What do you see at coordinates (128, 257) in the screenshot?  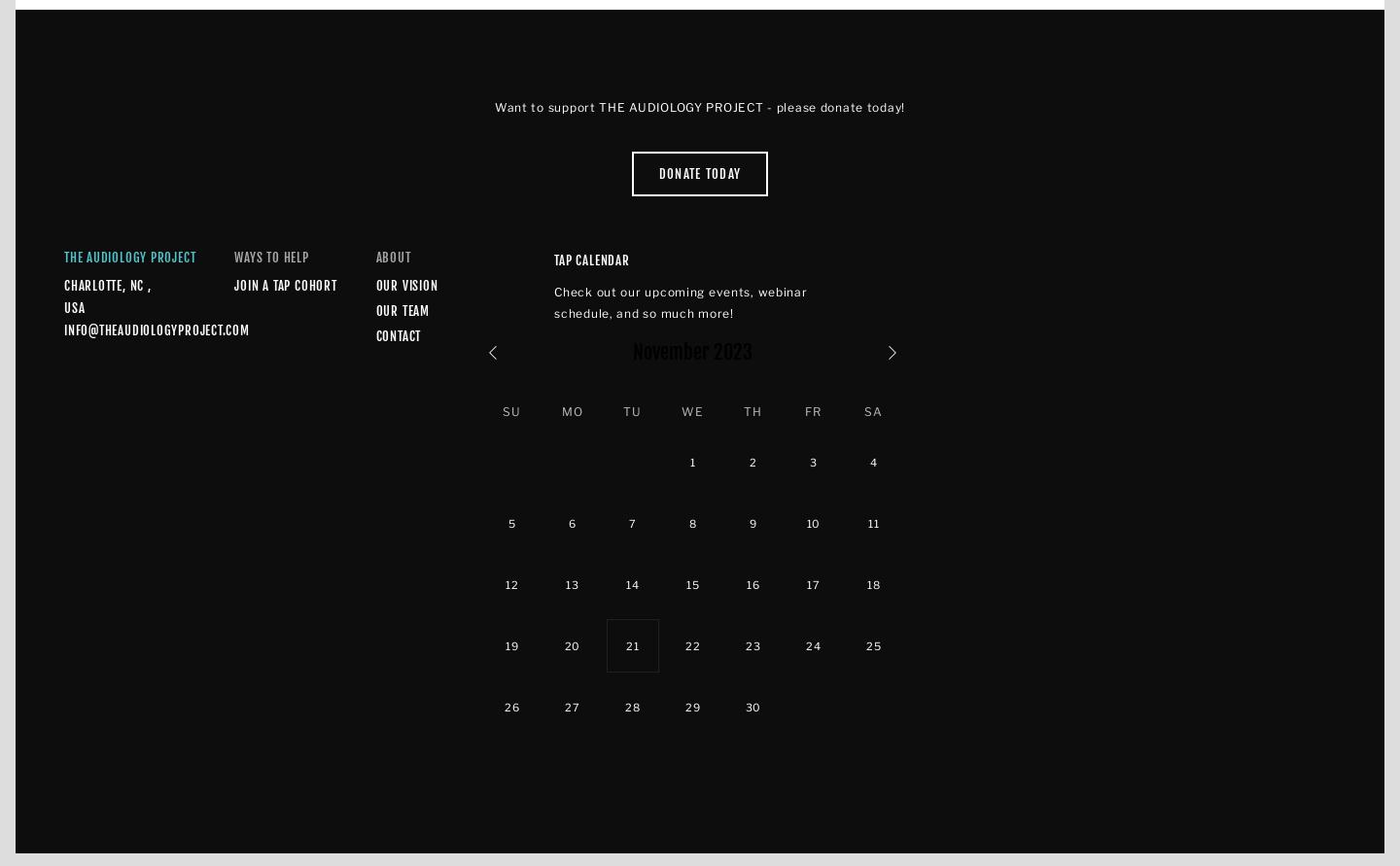 I see `'The Audiology Project'` at bounding box center [128, 257].